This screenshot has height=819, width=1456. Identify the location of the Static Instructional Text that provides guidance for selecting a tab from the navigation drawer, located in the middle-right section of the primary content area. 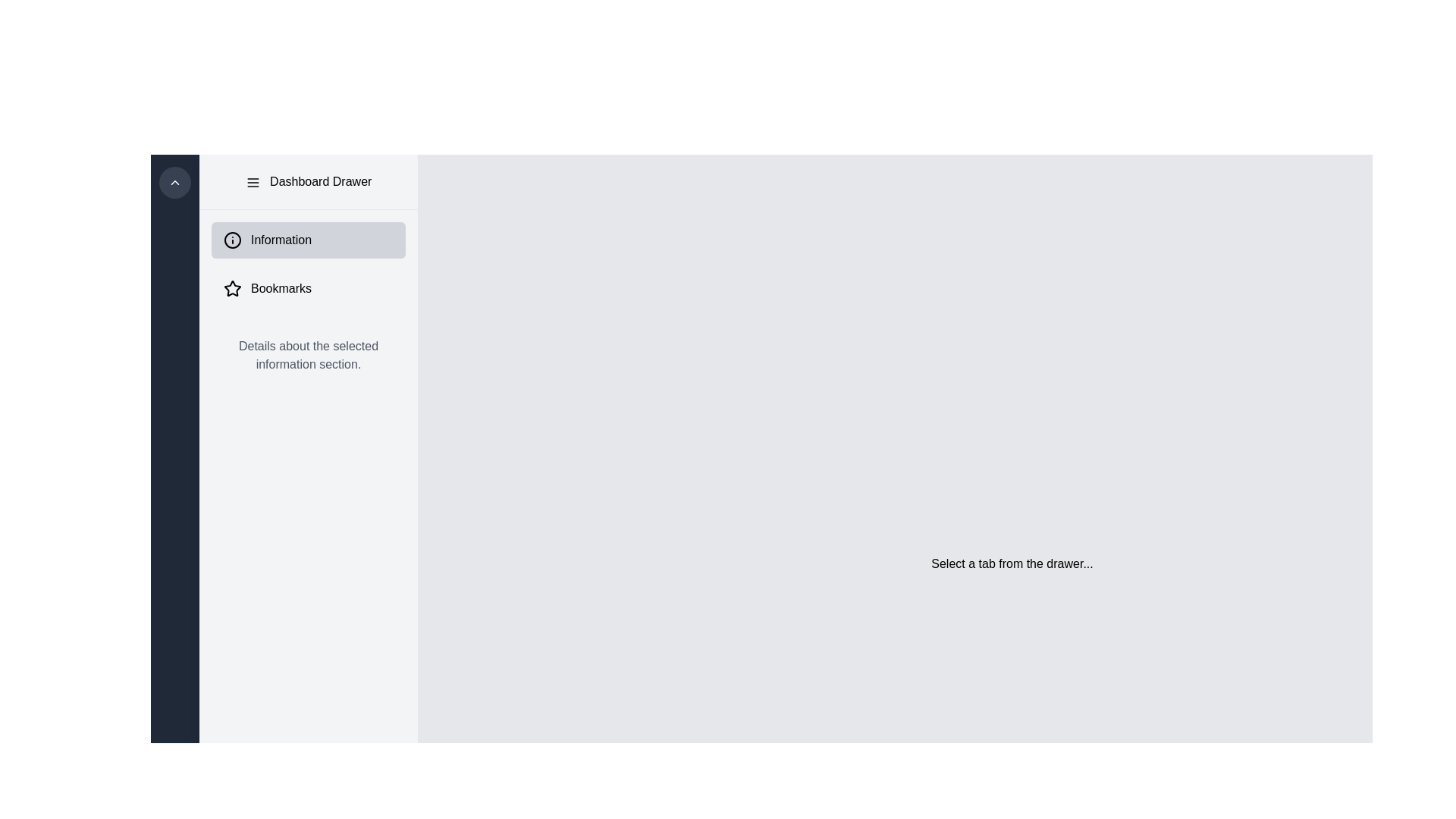
(1012, 564).